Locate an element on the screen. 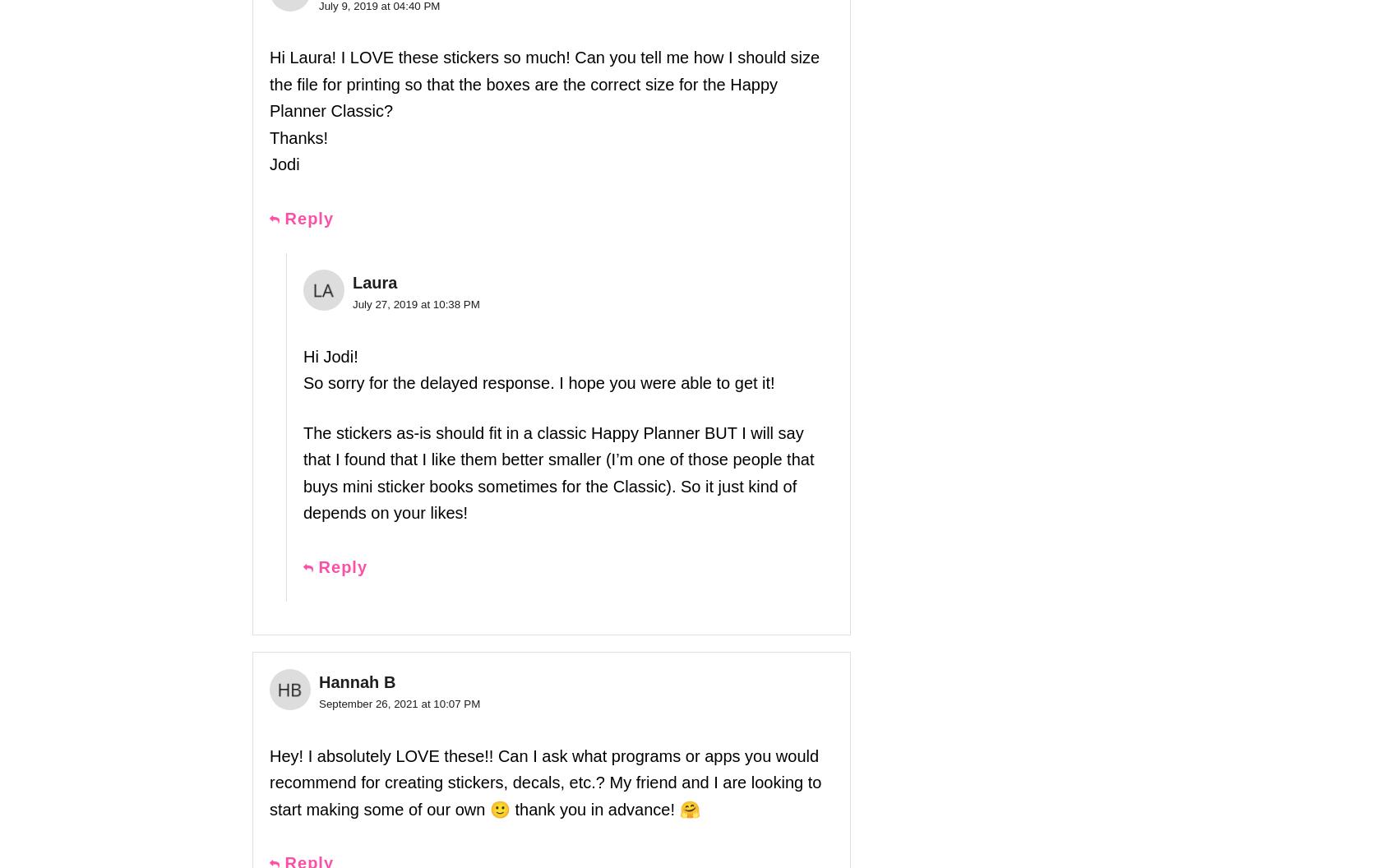 The width and height of the screenshot is (1391, 868). 'Hi Jodi!' is located at coordinates (330, 355).